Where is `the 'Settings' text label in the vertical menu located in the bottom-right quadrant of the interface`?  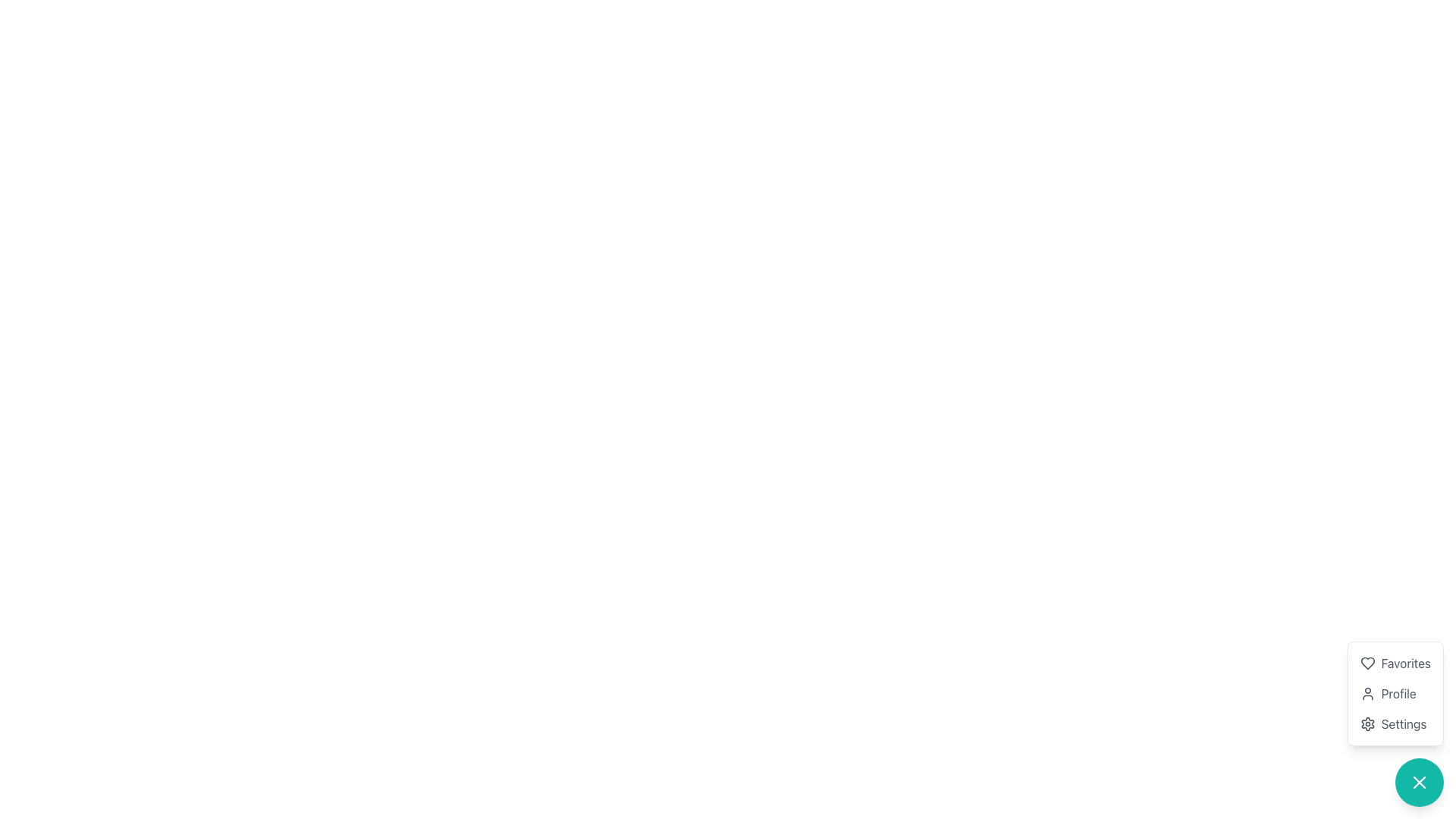 the 'Settings' text label in the vertical menu located in the bottom-right quadrant of the interface is located at coordinates (1403, 723).